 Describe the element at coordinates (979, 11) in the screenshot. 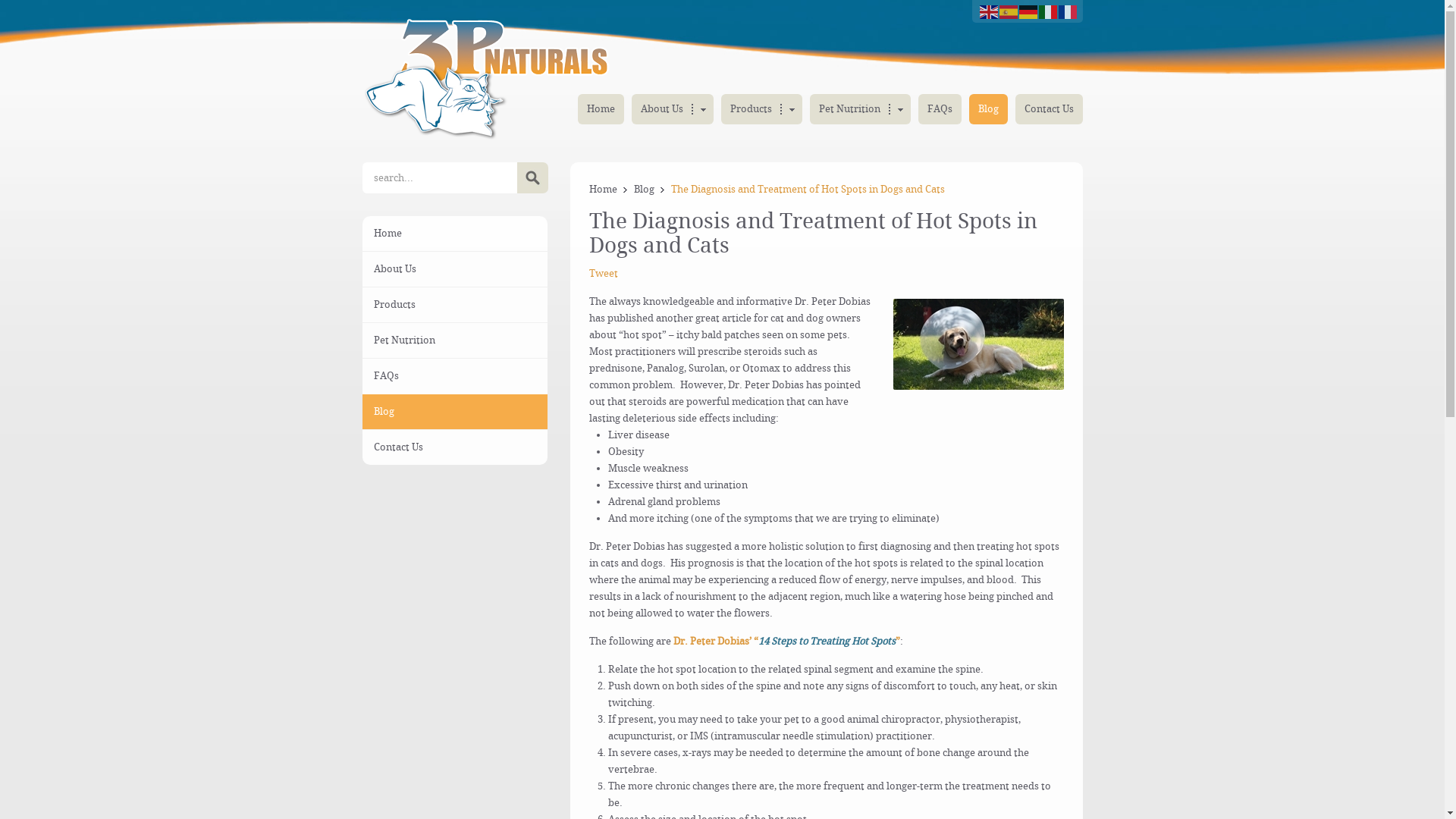

I see `'English'` at that location.